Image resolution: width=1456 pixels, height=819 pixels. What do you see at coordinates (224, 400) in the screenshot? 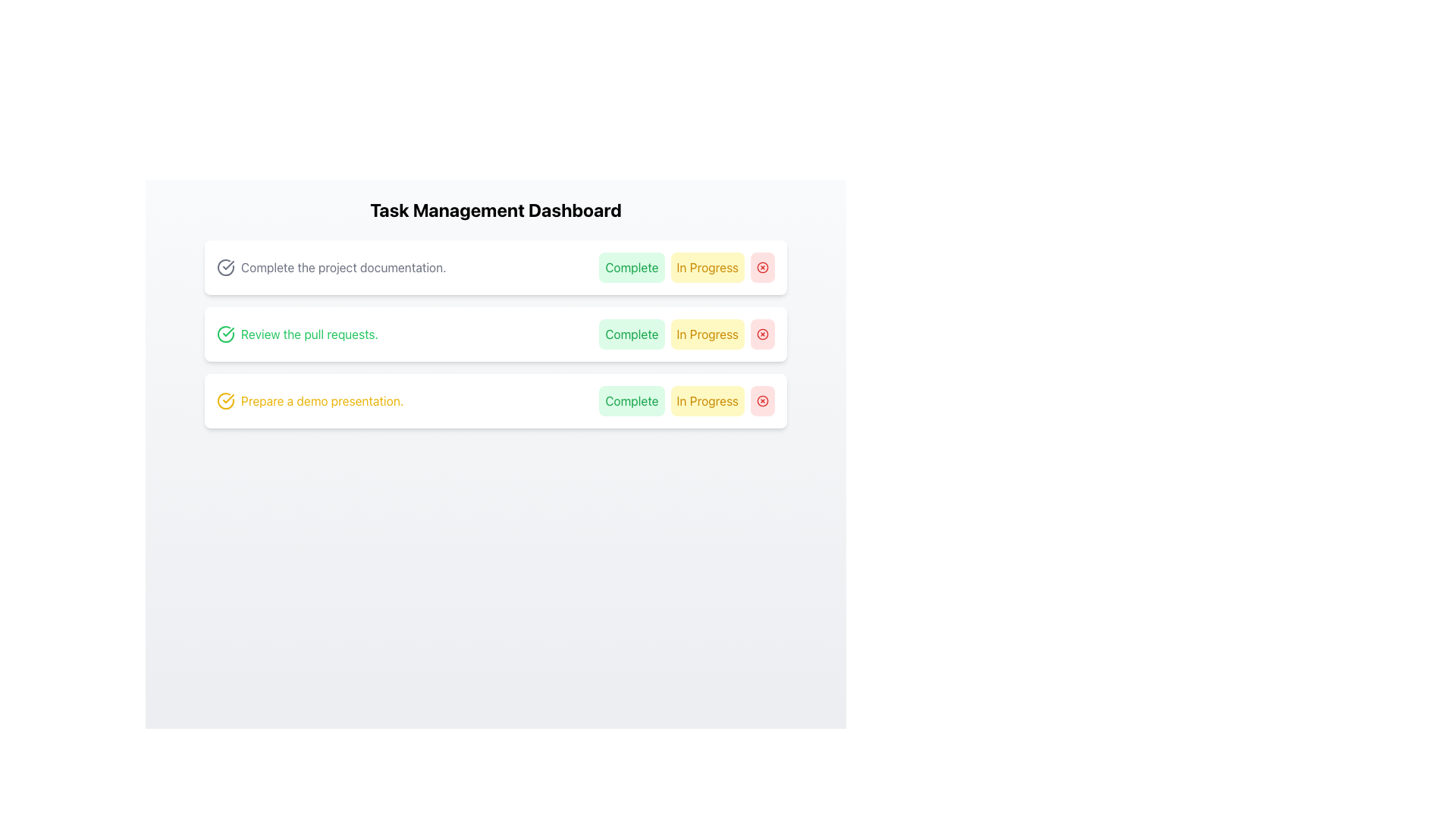
I see `the yellow circular icon with a checkmark at the center, located to the left of the text 'Prepare a demo presentation.'` at bounding box center [224, 400].